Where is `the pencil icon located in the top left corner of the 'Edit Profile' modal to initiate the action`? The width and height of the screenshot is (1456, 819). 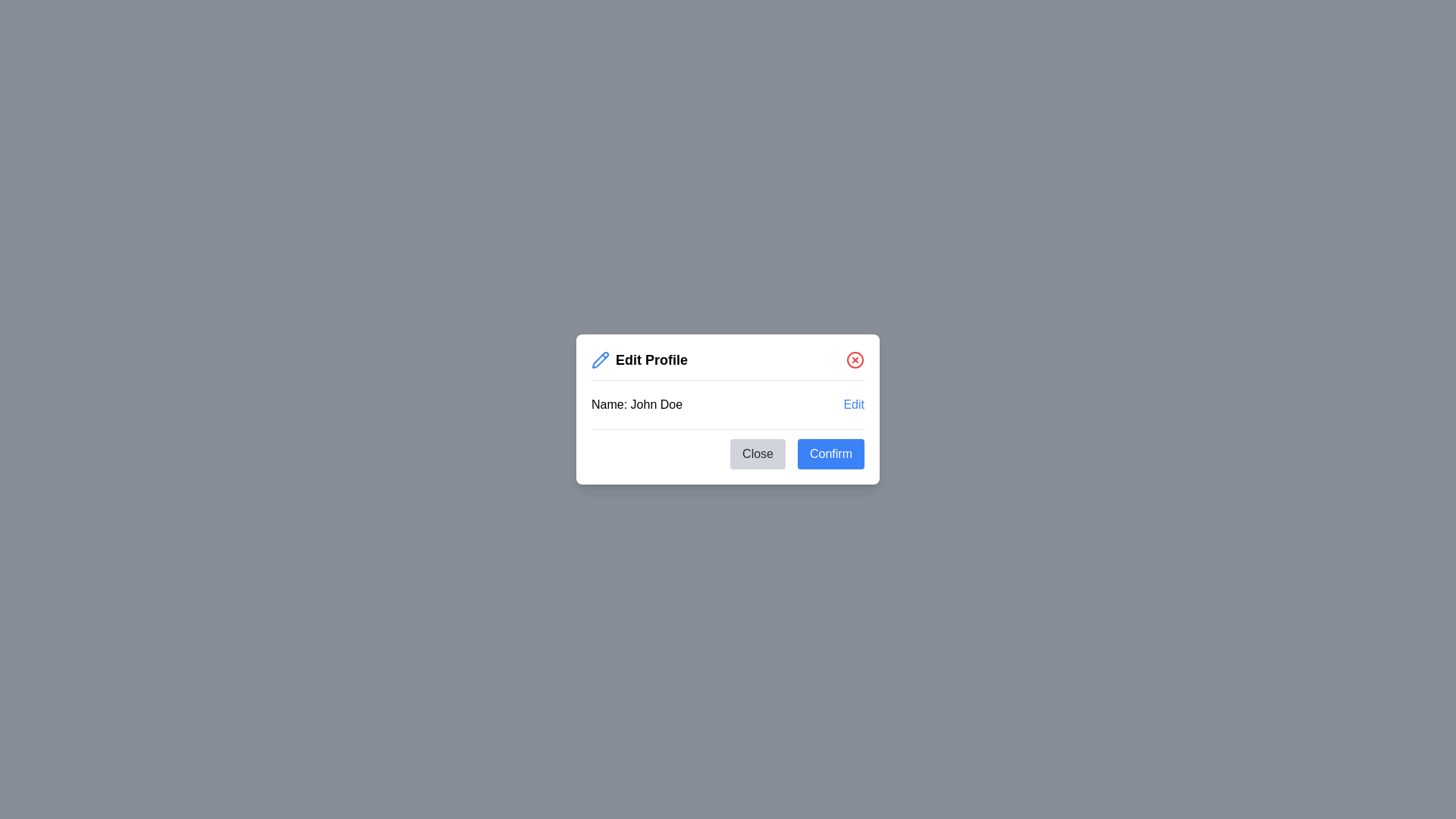
the pencil icon located in the top left corner of the 'Edit Profile' modal to initiate the action is located at coordinates (600, 359).